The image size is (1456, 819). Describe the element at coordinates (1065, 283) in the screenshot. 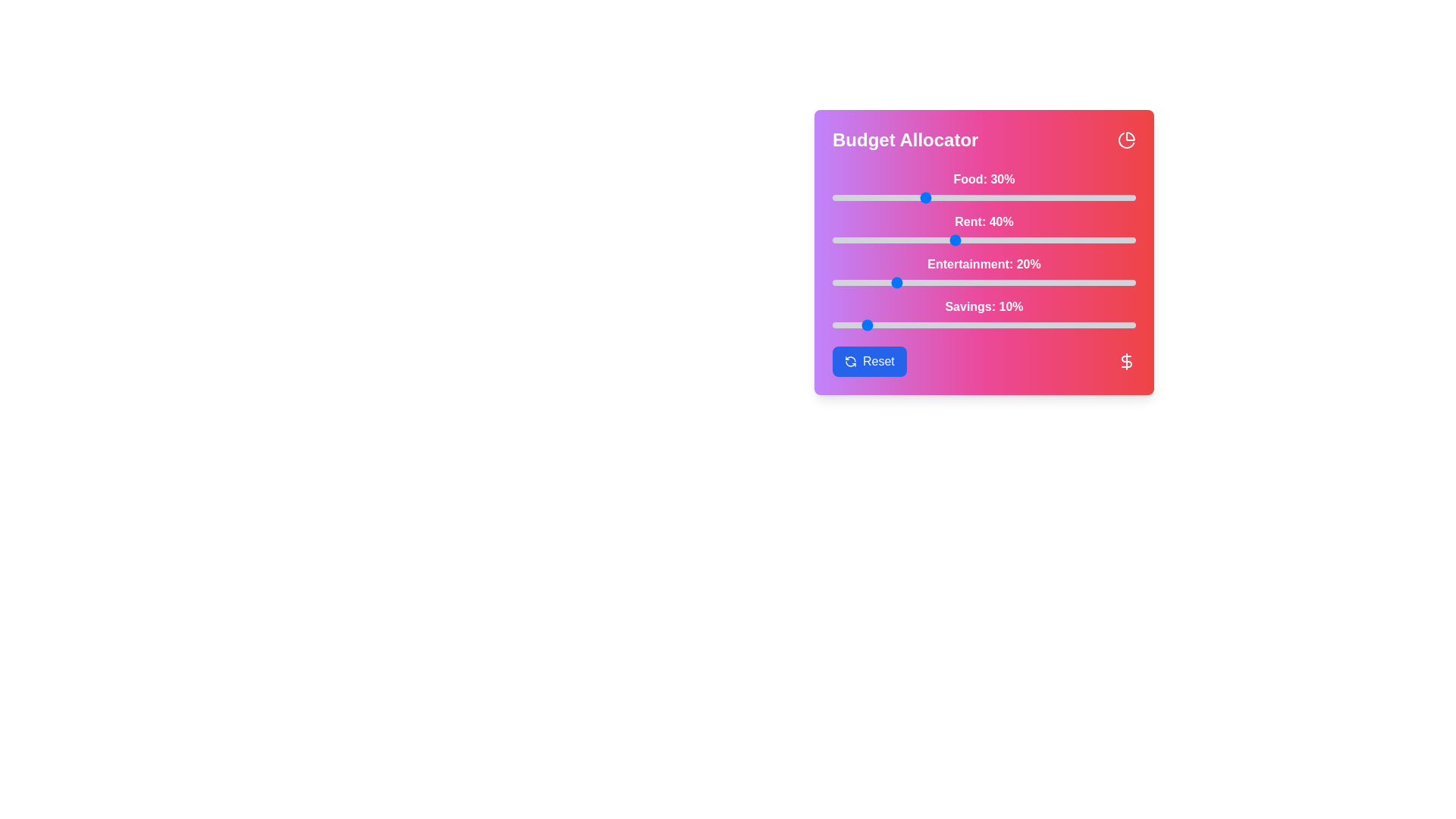

I see `the slider value` at that location.